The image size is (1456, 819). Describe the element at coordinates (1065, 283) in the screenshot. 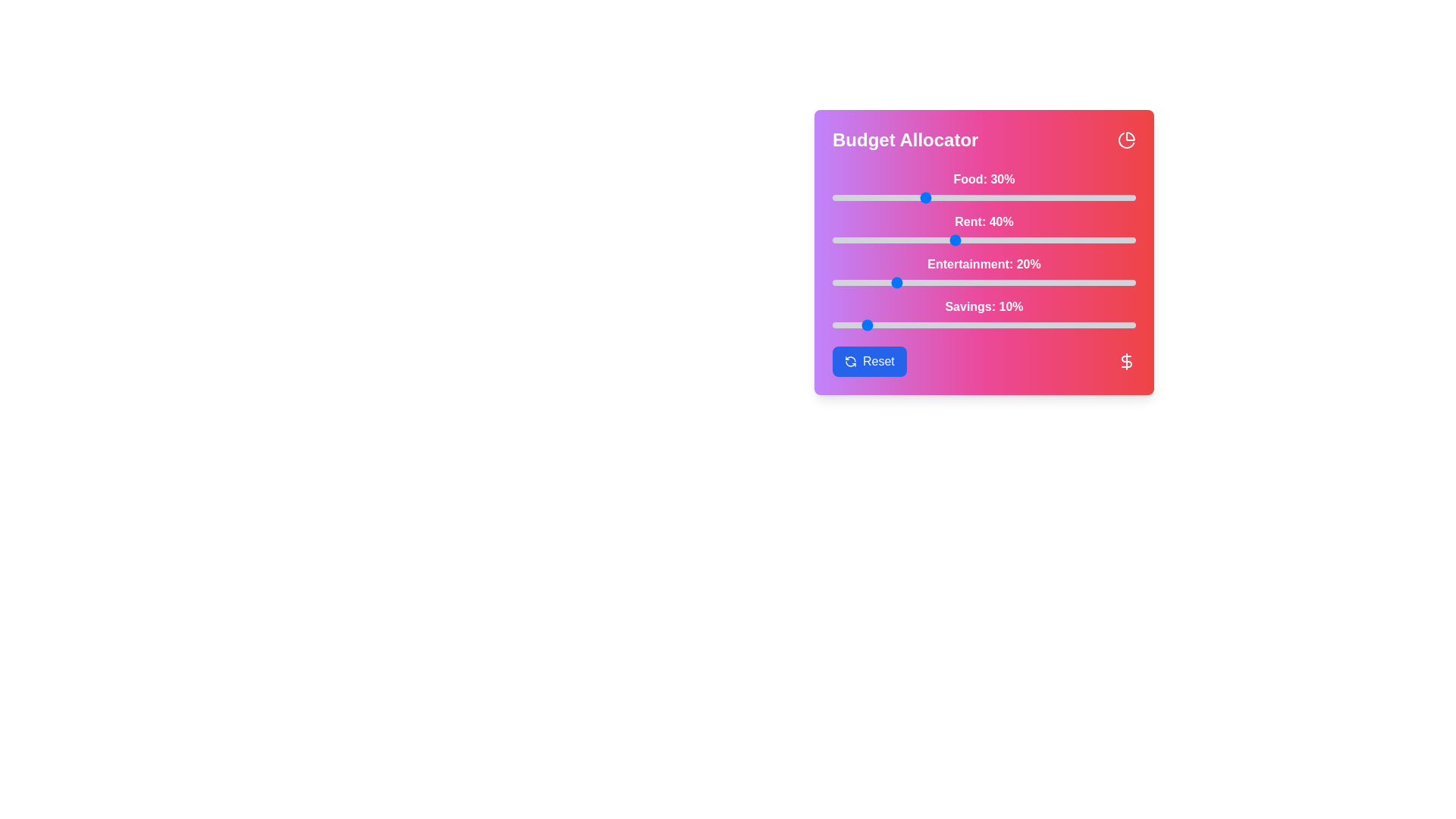

I see `the slider value` at that location.